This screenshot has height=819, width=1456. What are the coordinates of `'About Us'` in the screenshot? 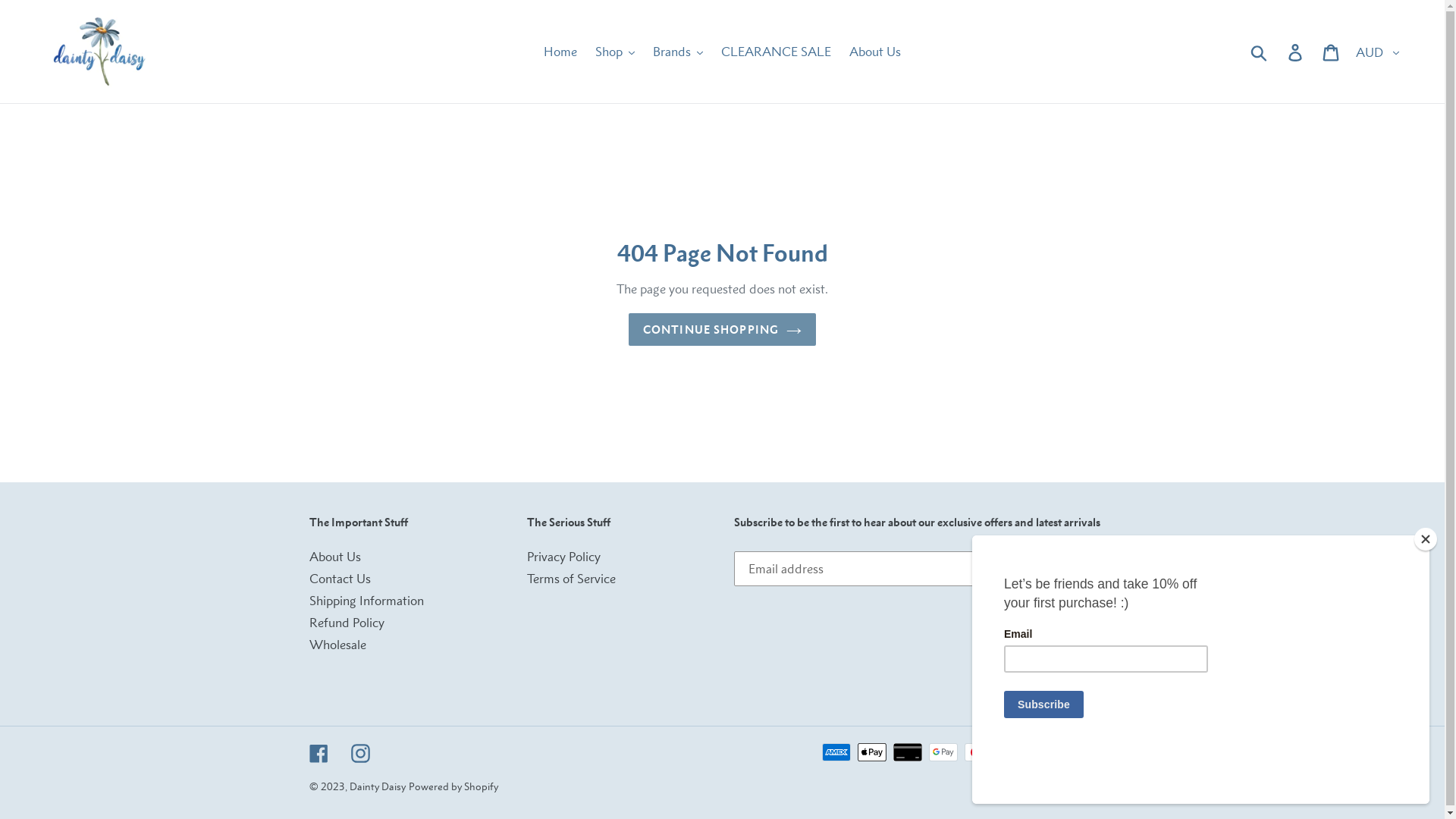 It's located at (334, 556).